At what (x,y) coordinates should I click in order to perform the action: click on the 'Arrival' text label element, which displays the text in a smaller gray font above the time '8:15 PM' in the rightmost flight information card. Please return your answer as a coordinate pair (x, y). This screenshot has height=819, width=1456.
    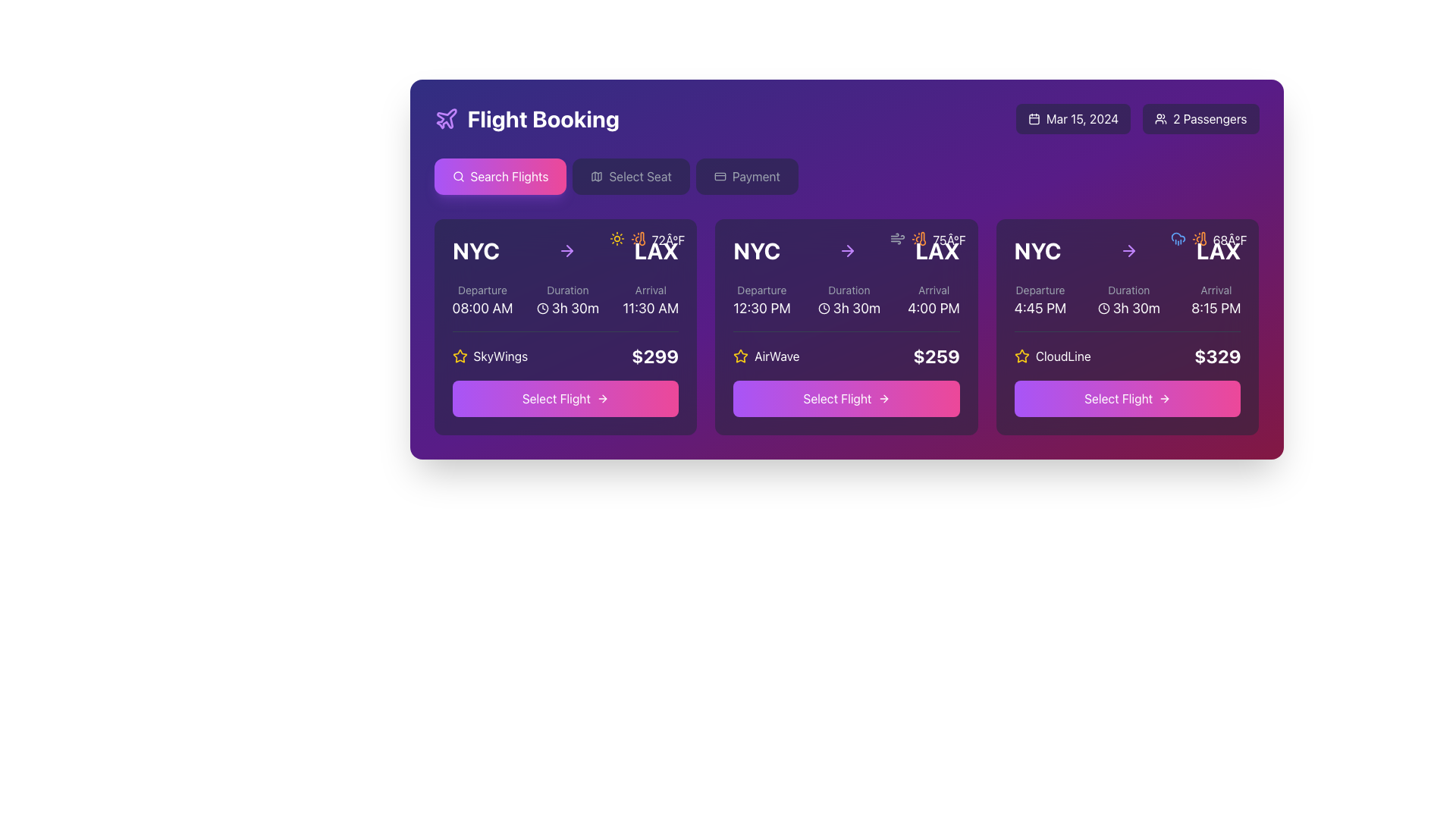
    Looking at the image, I should click on (1216, 290).